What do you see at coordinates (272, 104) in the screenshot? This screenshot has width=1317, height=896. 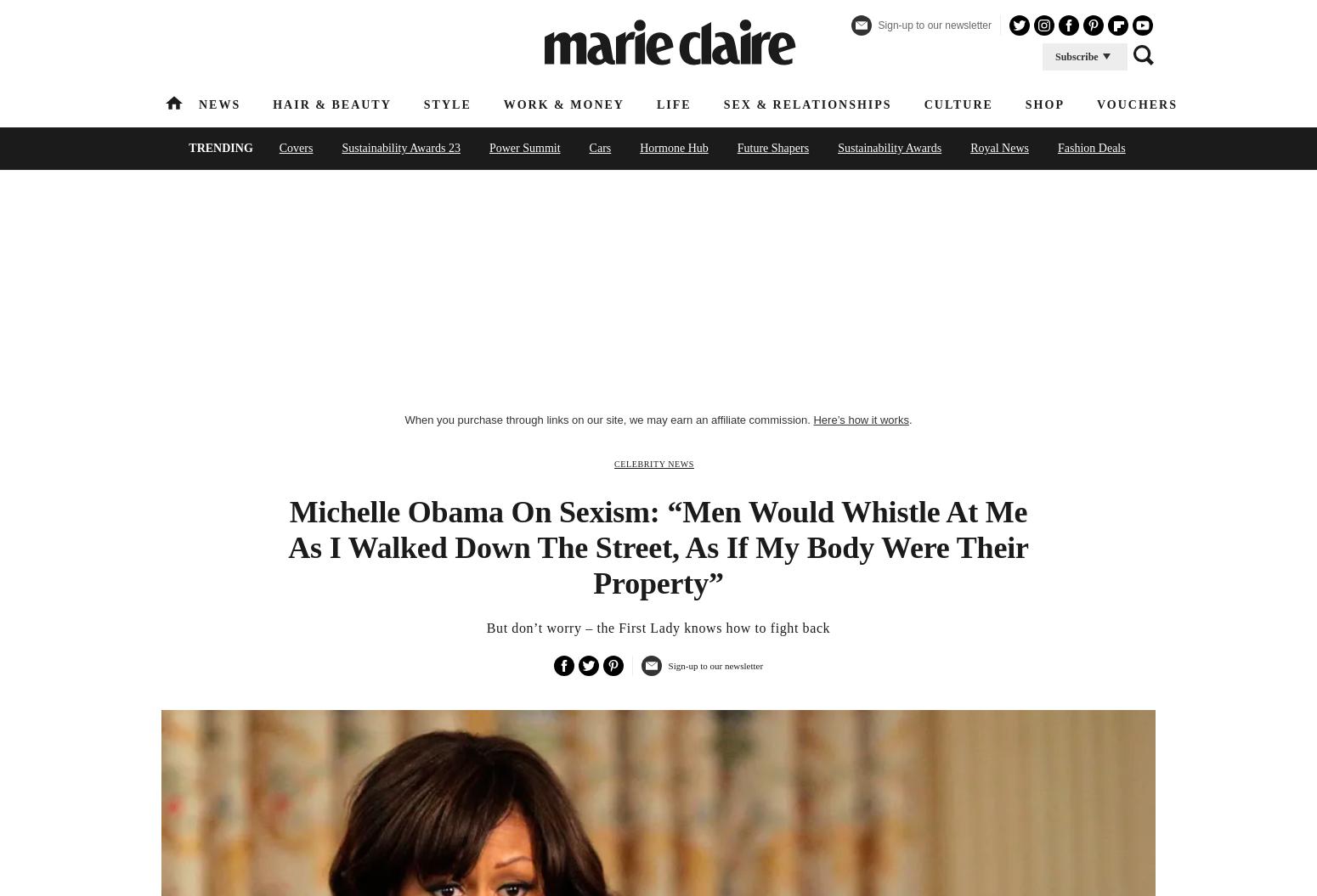 I see `'Hair & Beauty'` at bounding box center [272, 104].